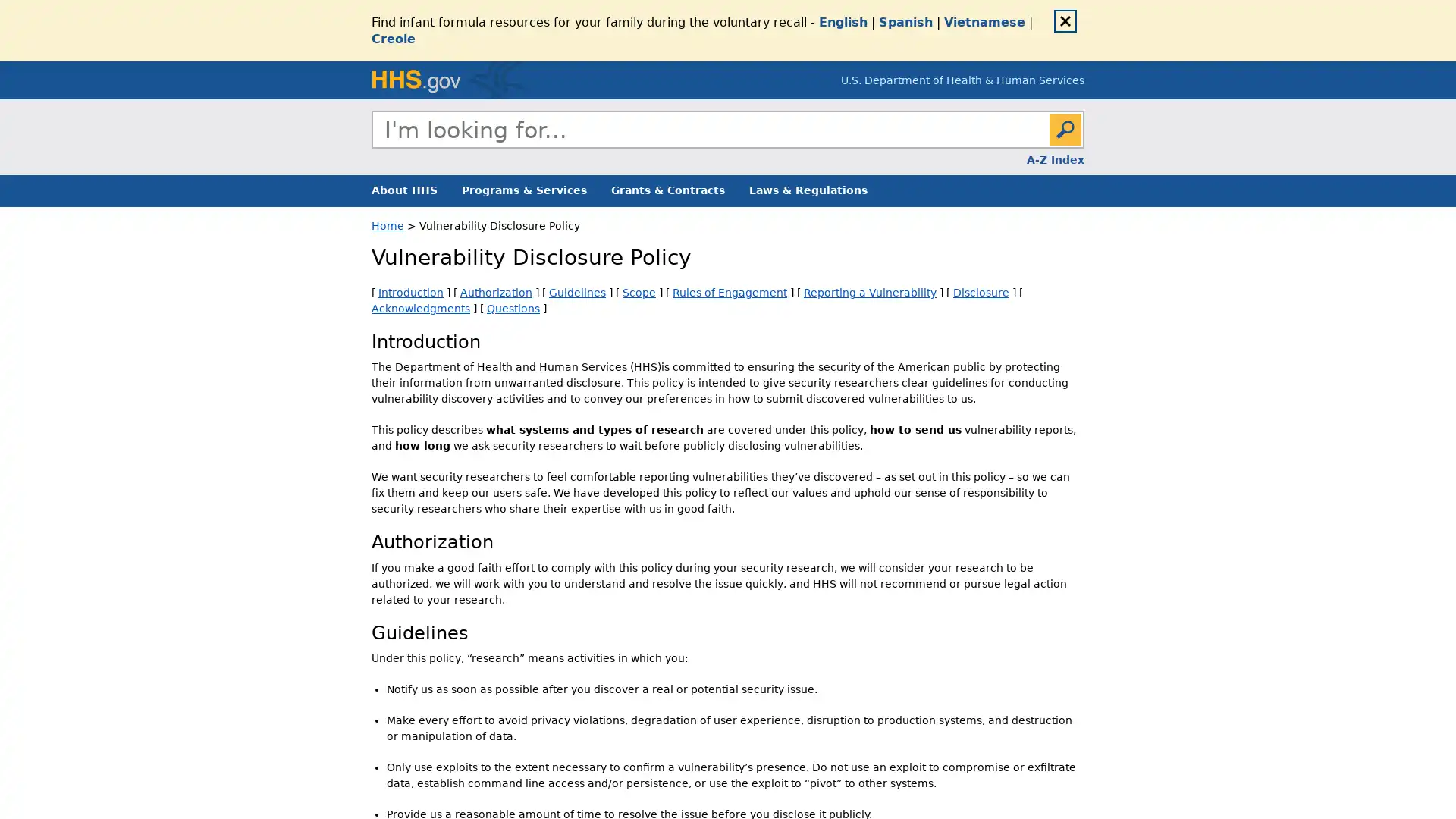 The image size is (1456, 819). What do you see at coordinates (1065, 20) in the screenshot?
I see `Close` at bounding box center [1065, 20].